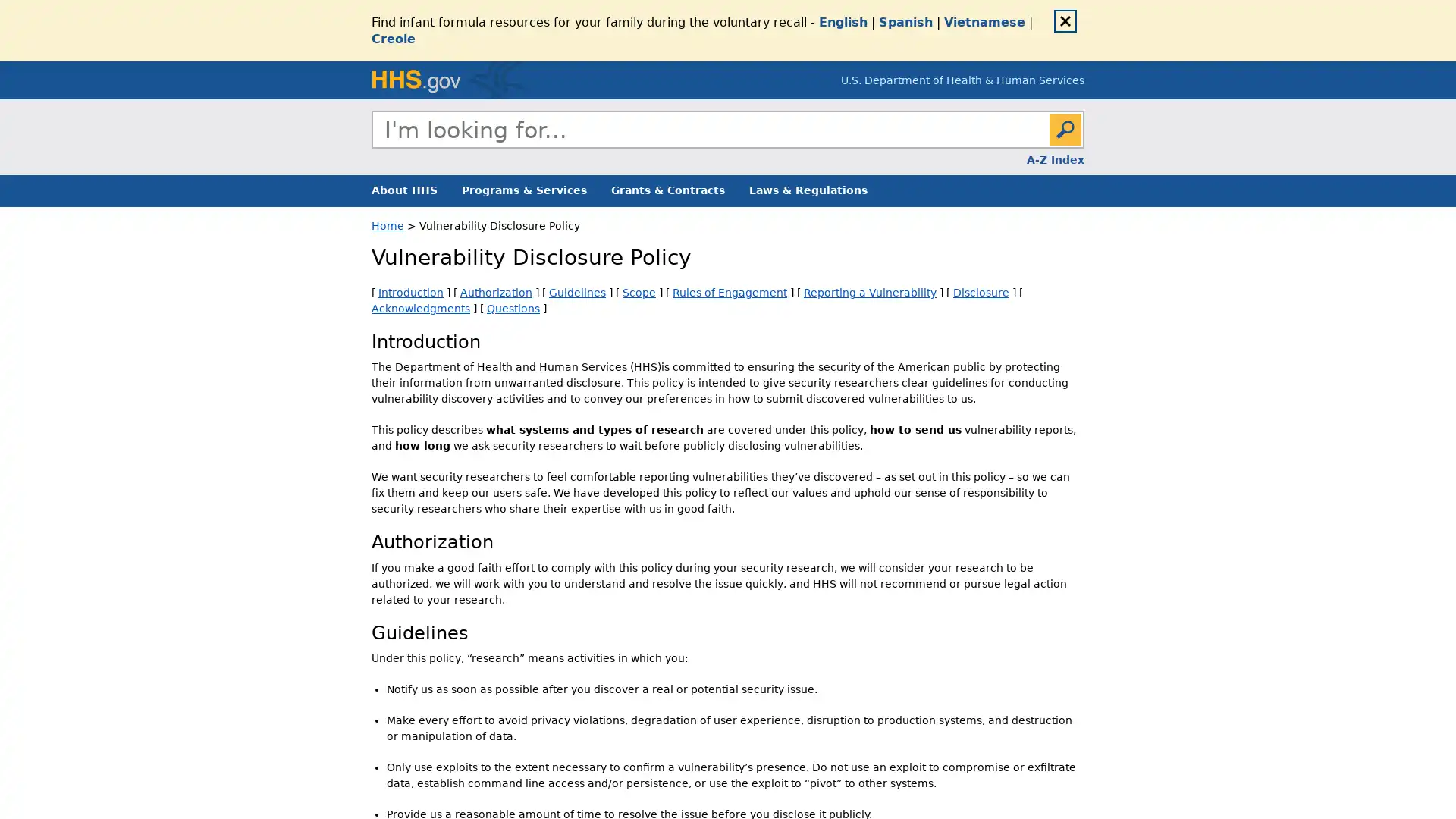 The image size is (1456, 819). What do you see at coordinates (1065, 20) in the screenshot?
I see `Close` at bounding box center [1065, 20].